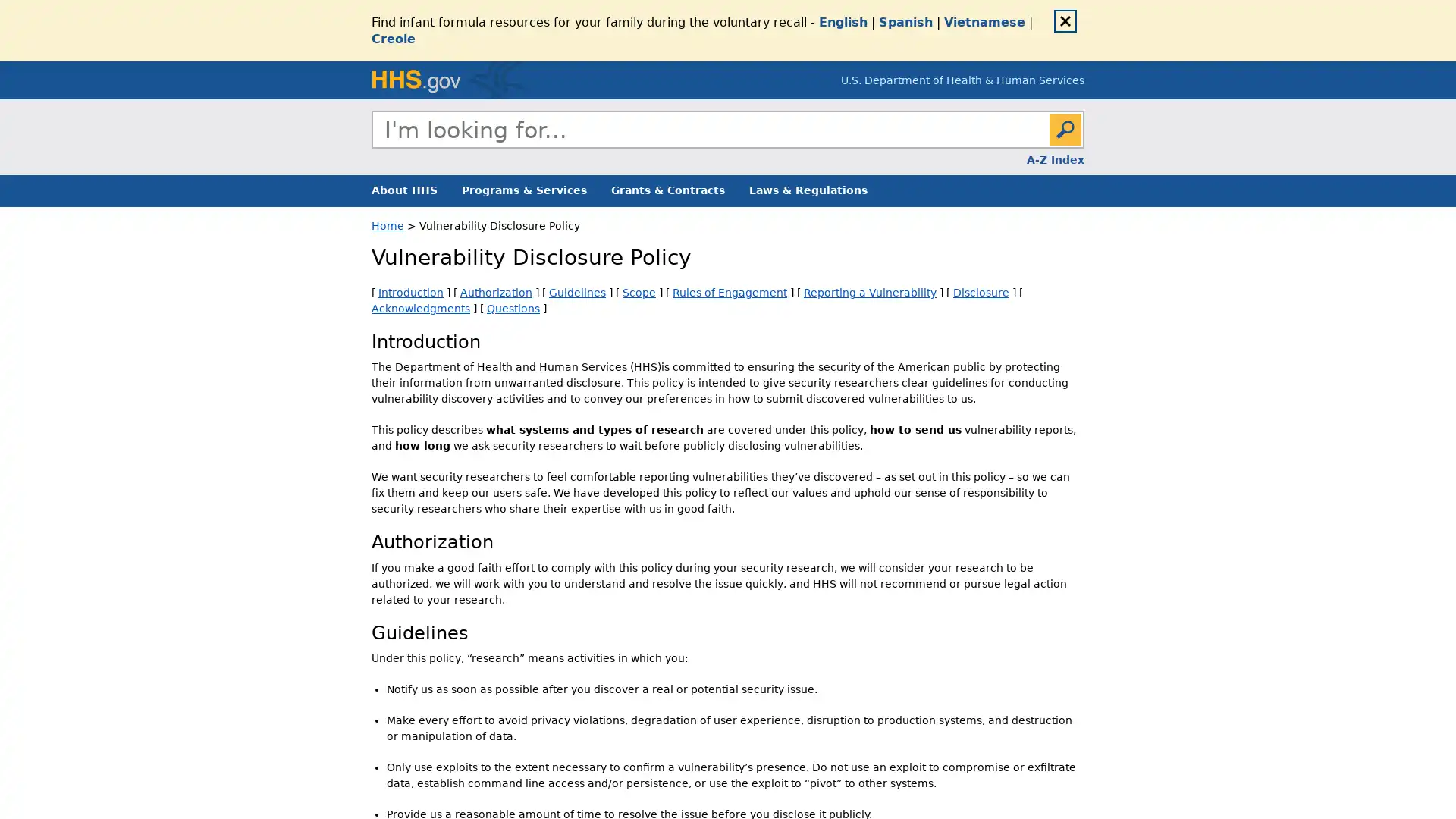 The image size is (1456, 819). What do you see at coordinates (1065, 20) in the screenshot?
I see `Close` at bounding box center [1065, 20].